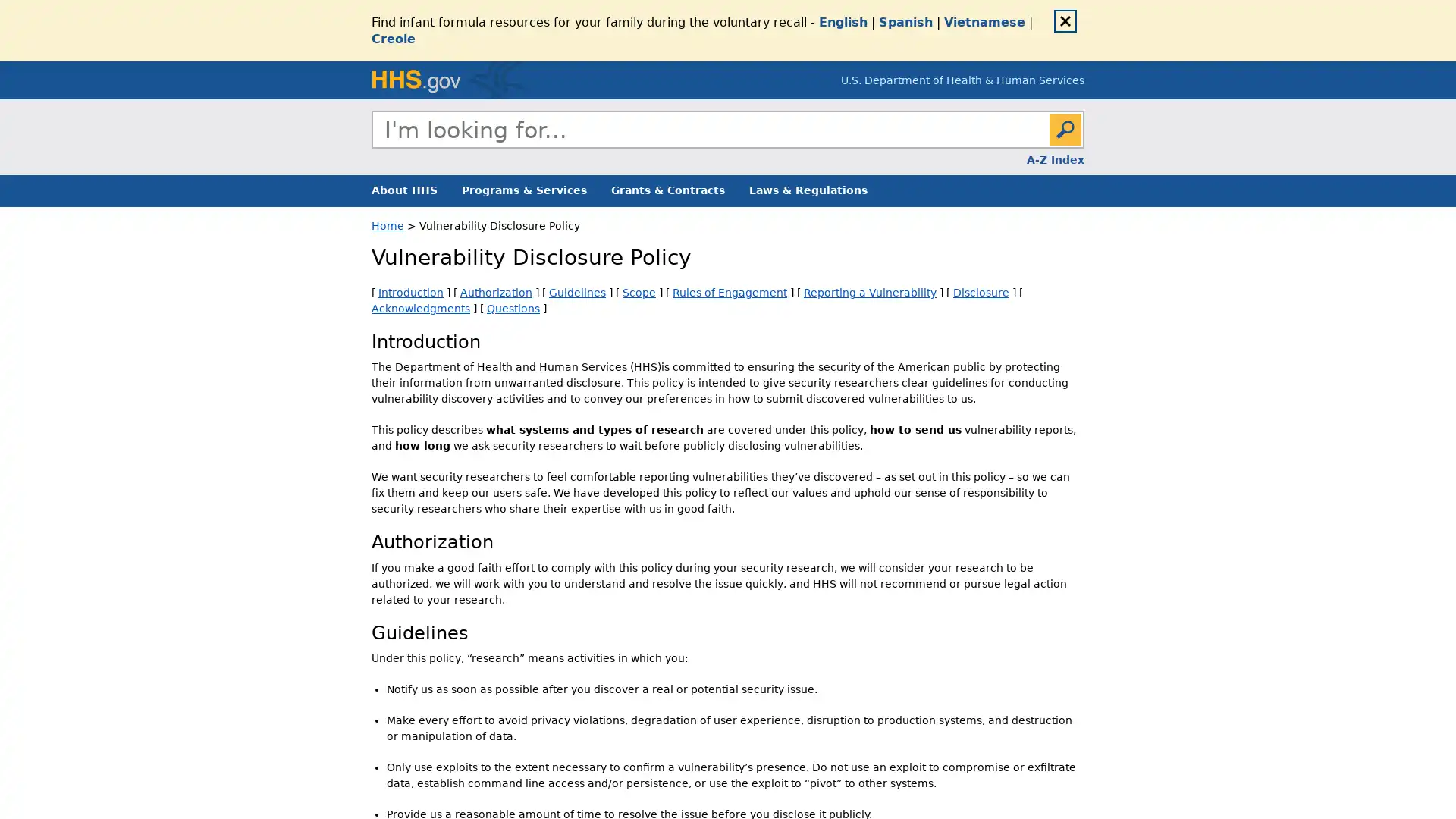 The image size is (1456, 819). What do you see at coordinates (1065, 20) in the screenshot?
I see `Close` at bounding box center [1065, 20].